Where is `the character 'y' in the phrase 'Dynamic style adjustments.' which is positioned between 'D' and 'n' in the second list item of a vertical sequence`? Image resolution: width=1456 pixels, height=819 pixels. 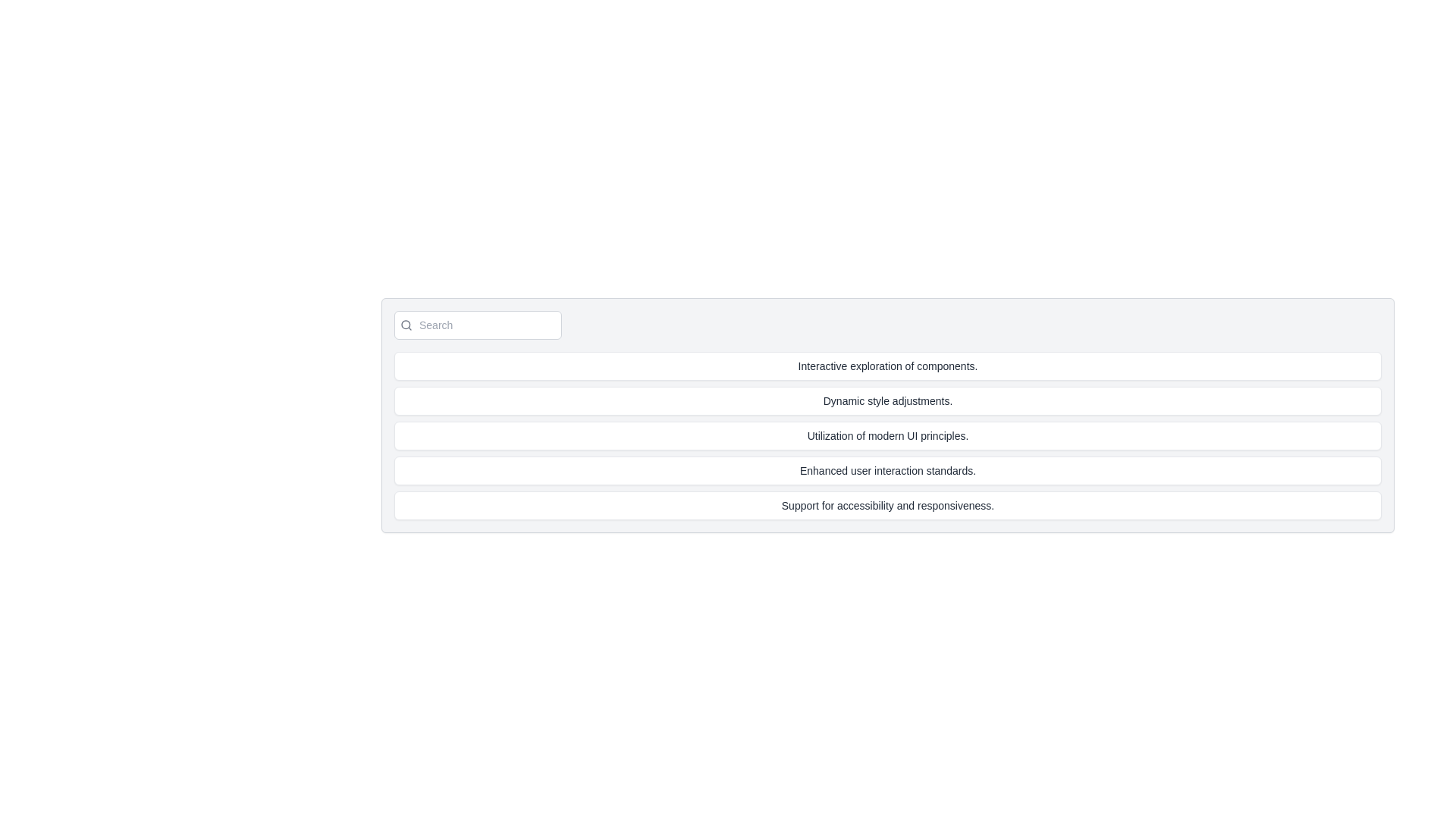
the character 'y' in the phrase 'Dynamic style adjustments.' which is positioned between 'D' and 'n' in the second list item of a vertical sequence is located at coordinates (833, 400).